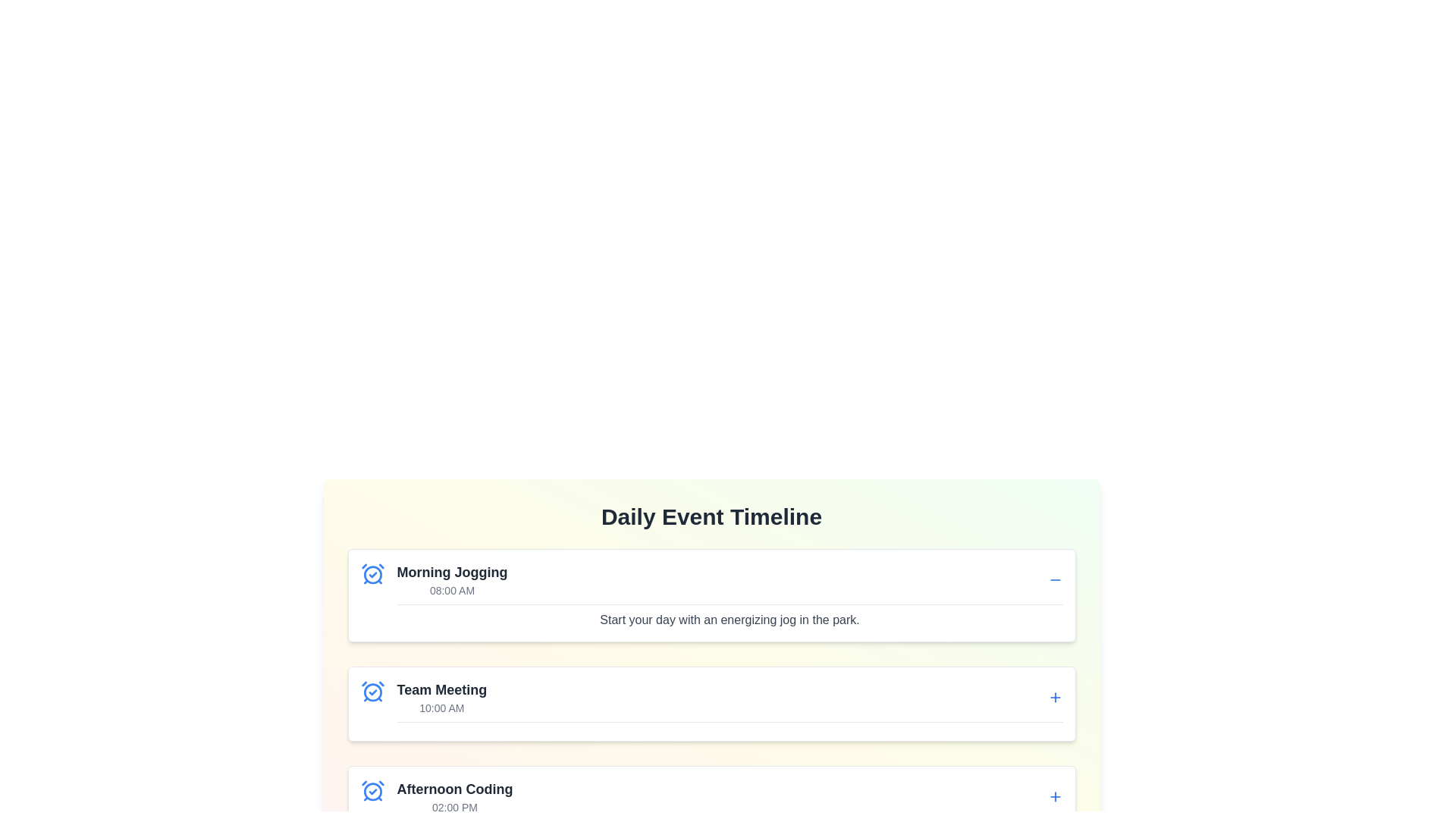  I want to click on the blue plus sign button located in the top-right corner of the 'Team Meeting' event card next to the text '10:00 AM', so click(1054, 698).